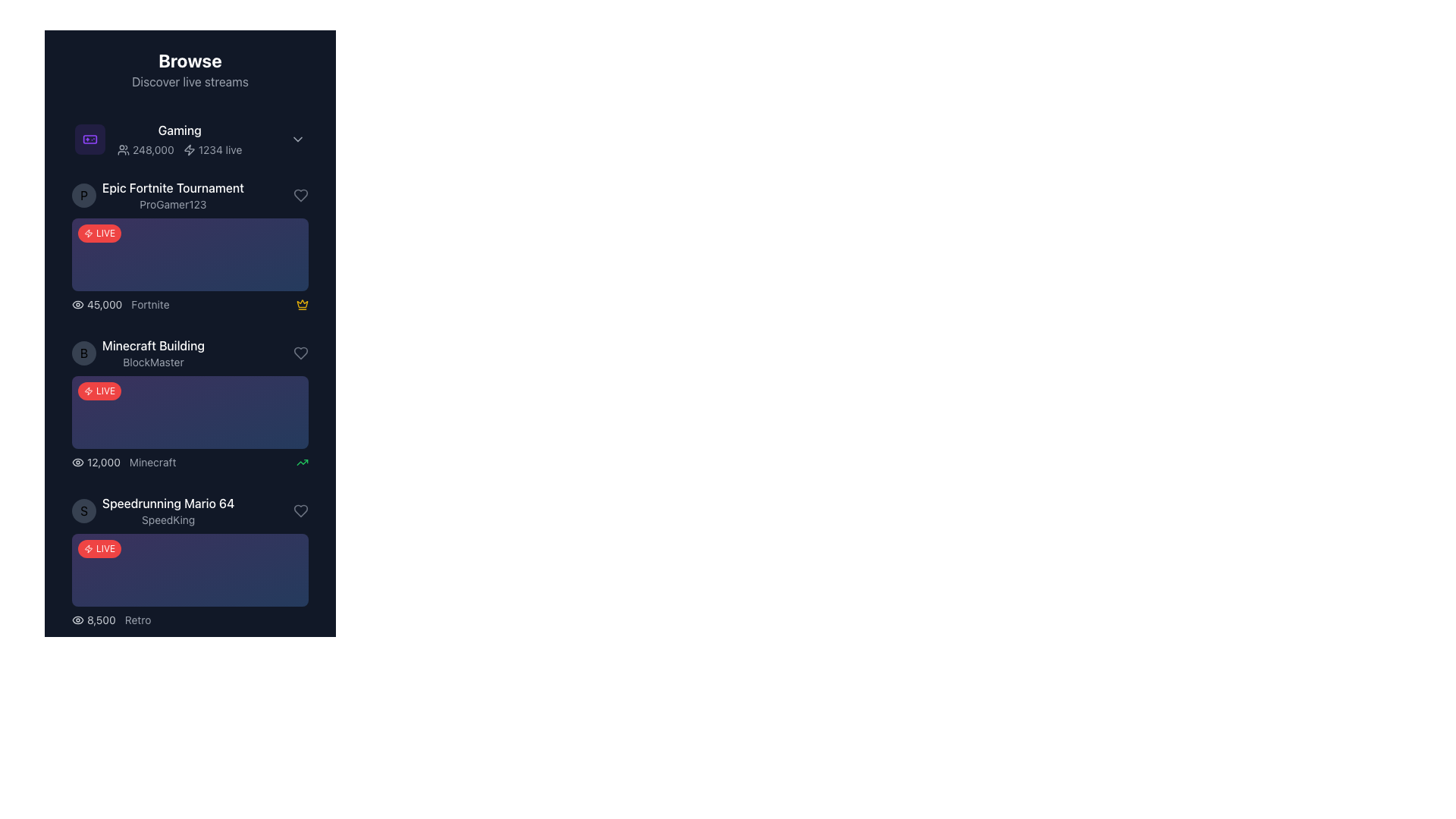 The height and width of the screenshot is (819, 1456). Describe the element at coordinates (124, 149) in the screenshot. I see `the compact icon representing a group of three human-like figures located to the left of the text '248,000'` at that location.